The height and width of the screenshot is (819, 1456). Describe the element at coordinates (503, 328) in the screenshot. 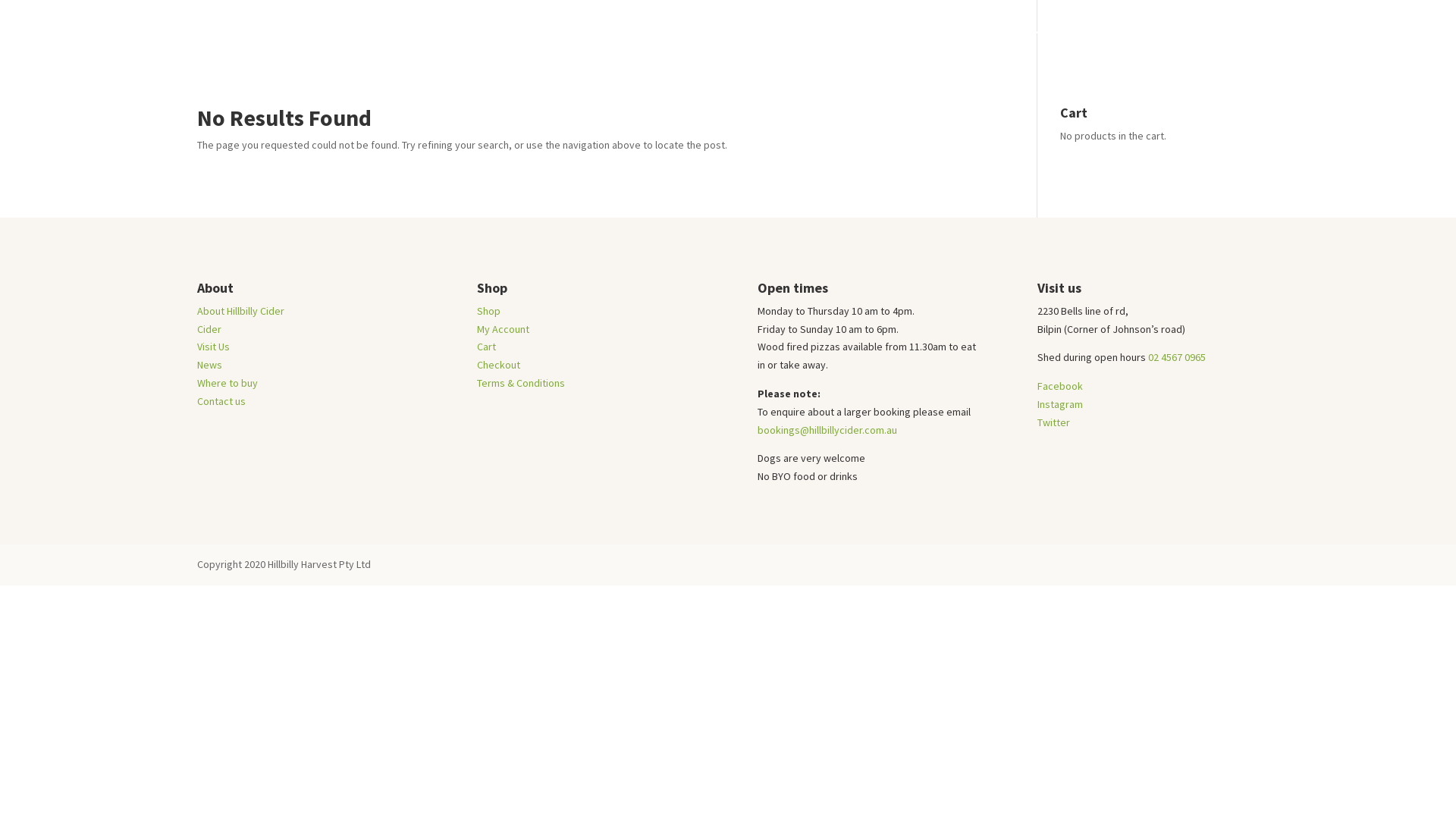

I see `'My Account'` at that location.